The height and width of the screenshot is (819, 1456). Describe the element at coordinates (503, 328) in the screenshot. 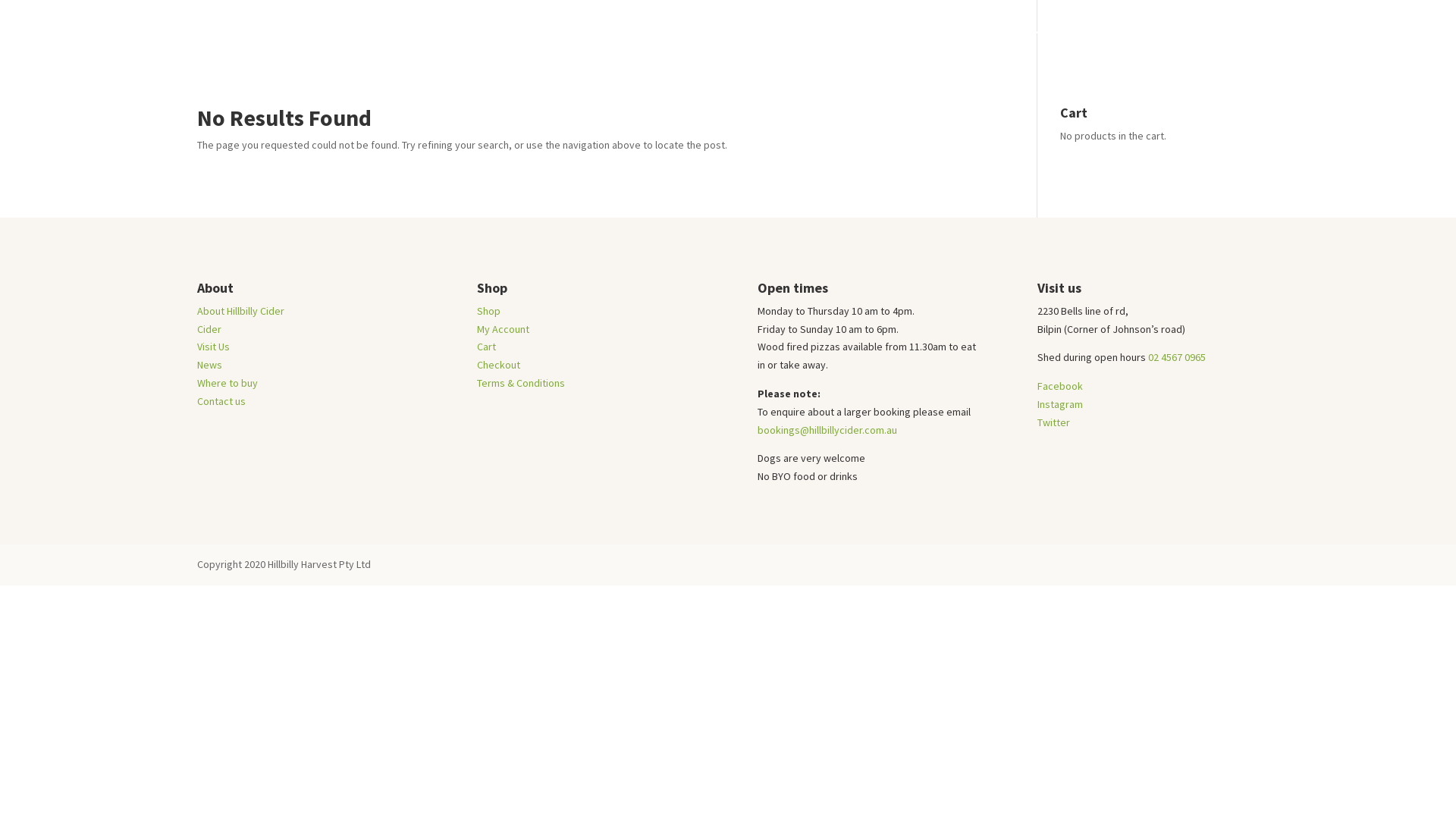

I see `'My Account'` at that location.